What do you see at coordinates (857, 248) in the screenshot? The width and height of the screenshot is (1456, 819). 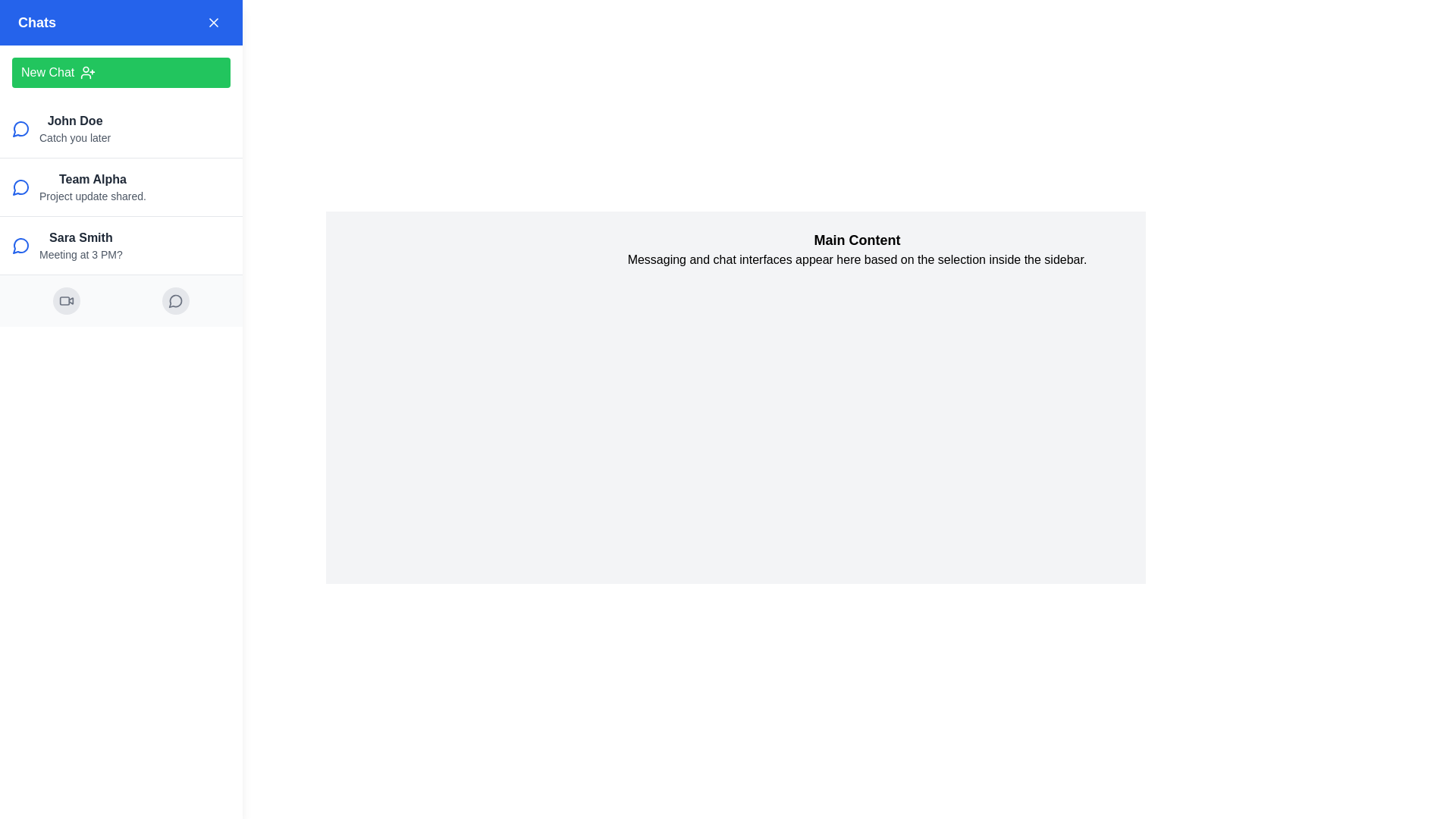 I see `the Informational text block element that has a bold heading saying 'Main Content' and provides messaging and chat information, located near the center-right of the interface` at bounding box center [857, 248].